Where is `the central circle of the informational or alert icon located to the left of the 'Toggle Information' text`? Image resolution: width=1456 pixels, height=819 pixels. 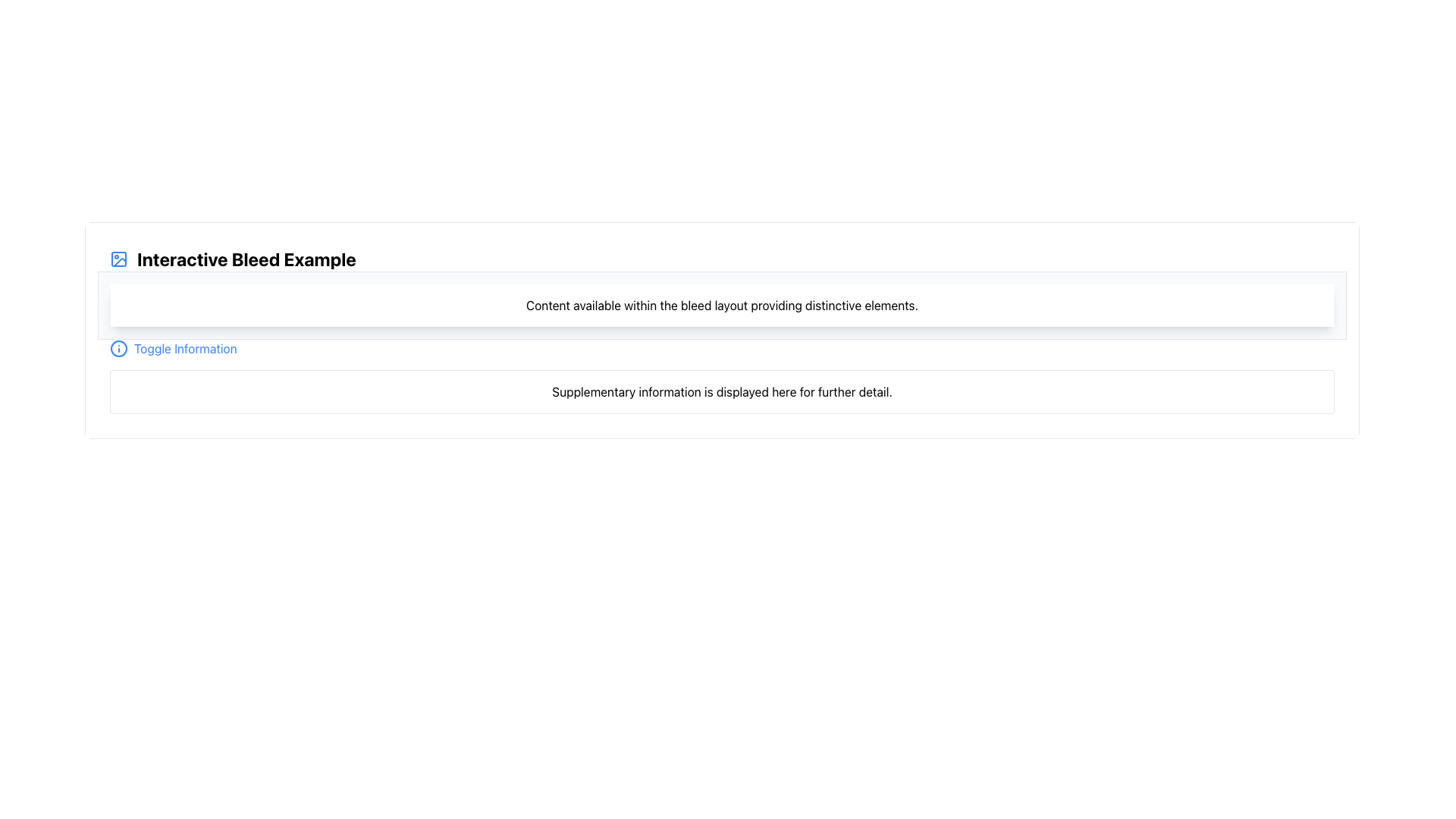
the central circle of the informational or alert icon located to the left of the 'Toggle Information' text is located at coordinates (118, 348).